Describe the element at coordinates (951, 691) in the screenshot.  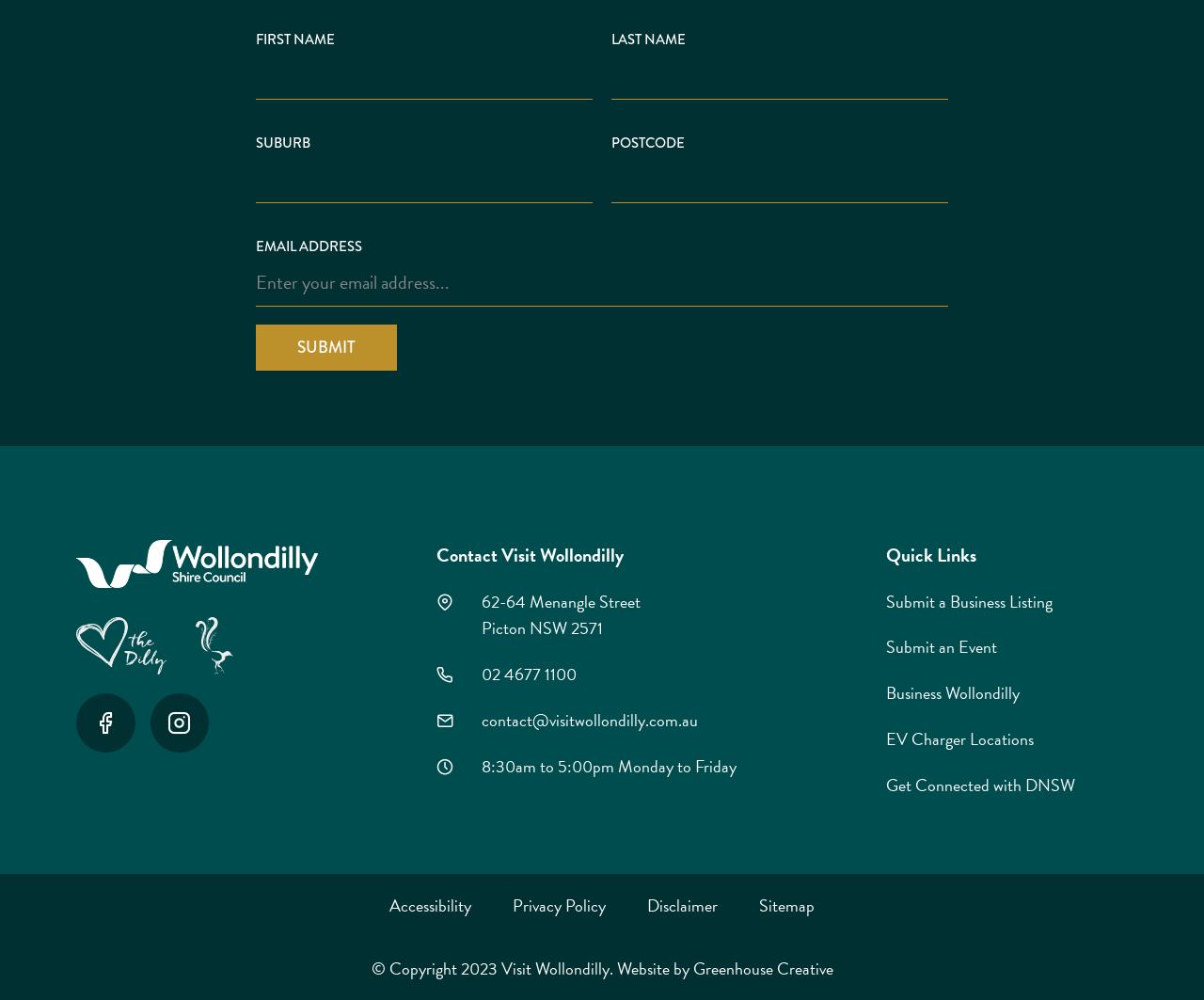
I see `'Business Wollondilly'` at that location.